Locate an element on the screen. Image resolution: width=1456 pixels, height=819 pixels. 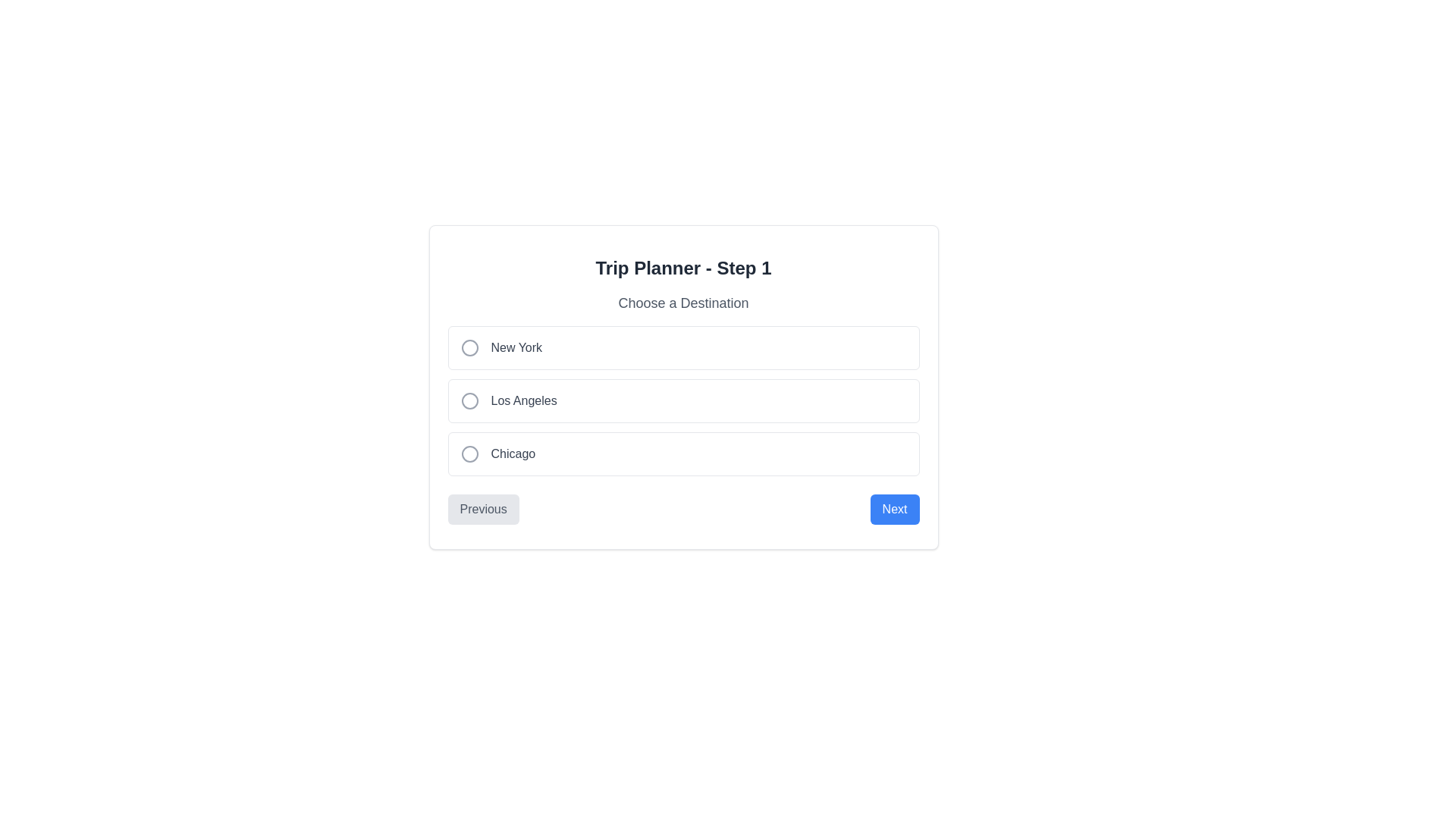
the 'New York' text label, which is displayed in a medium-sized gray font and is the first selectable option in the 'Choose a Destination' section, positioned to the right of a circular icon is located at coordinates (516, 348).